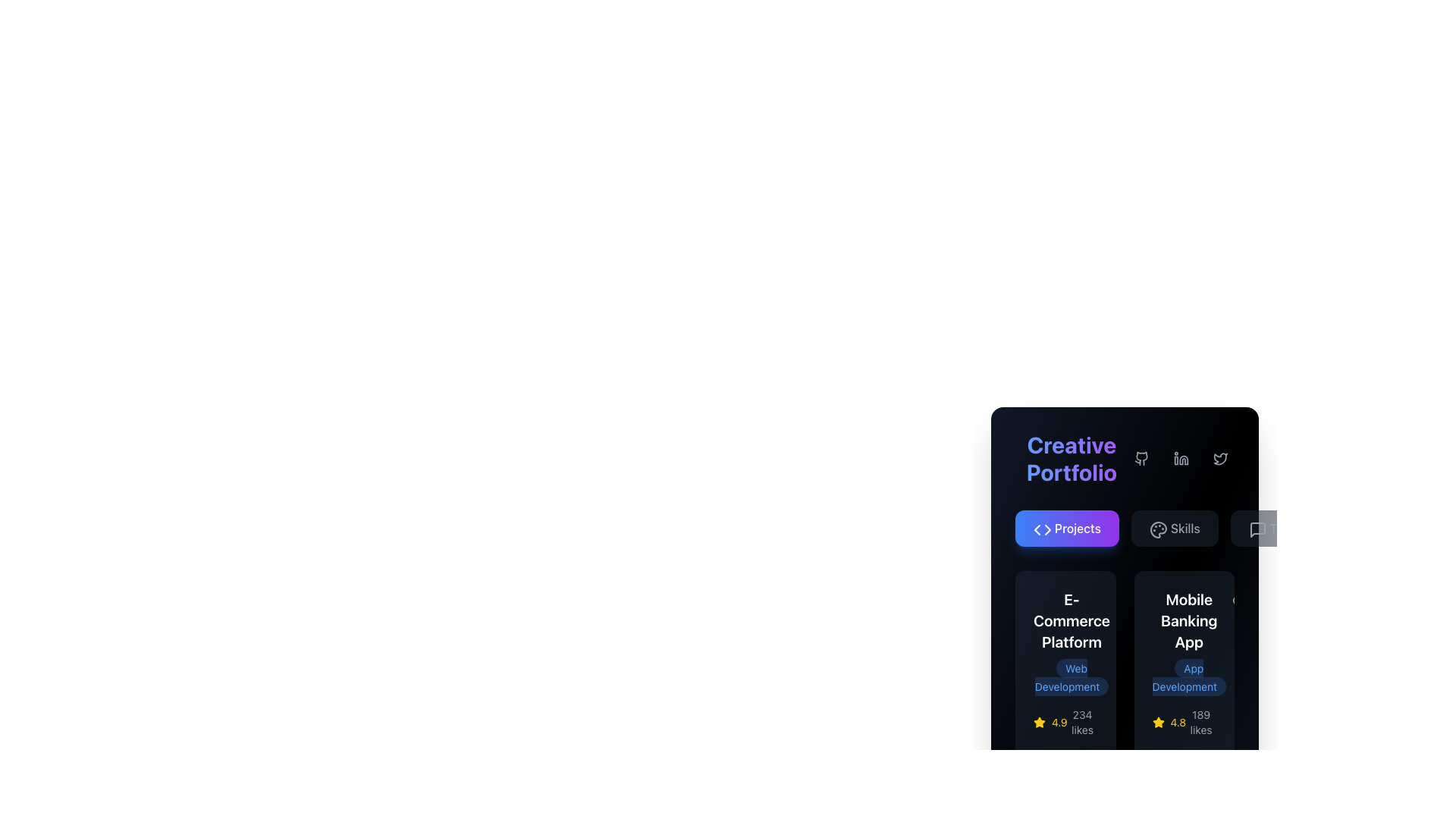 The height and width of the screenshot is (819, 1456). What do you see at coordinates (1081, 721) in the screenshot?
I see `the label displaying the number of likes for the 'E-Commerce Platform' project, located at the bottom-right corner of the card layout beneath the yellow star icon and the rating text '4.9'` at bounding box center [1081, 721].